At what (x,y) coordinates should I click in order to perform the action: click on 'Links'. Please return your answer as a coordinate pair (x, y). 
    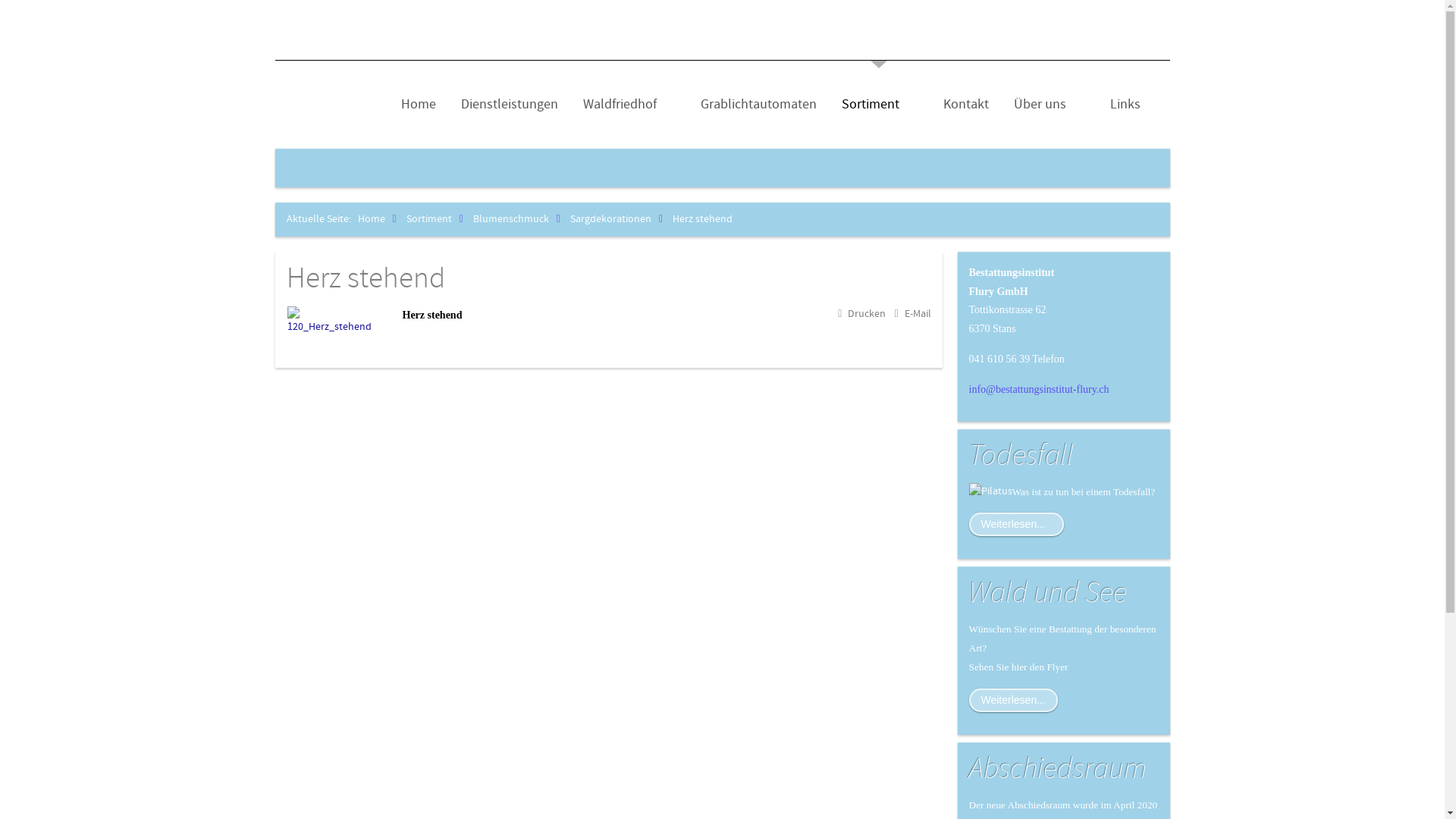
    Looking at the image, I should click on (1125, 104).